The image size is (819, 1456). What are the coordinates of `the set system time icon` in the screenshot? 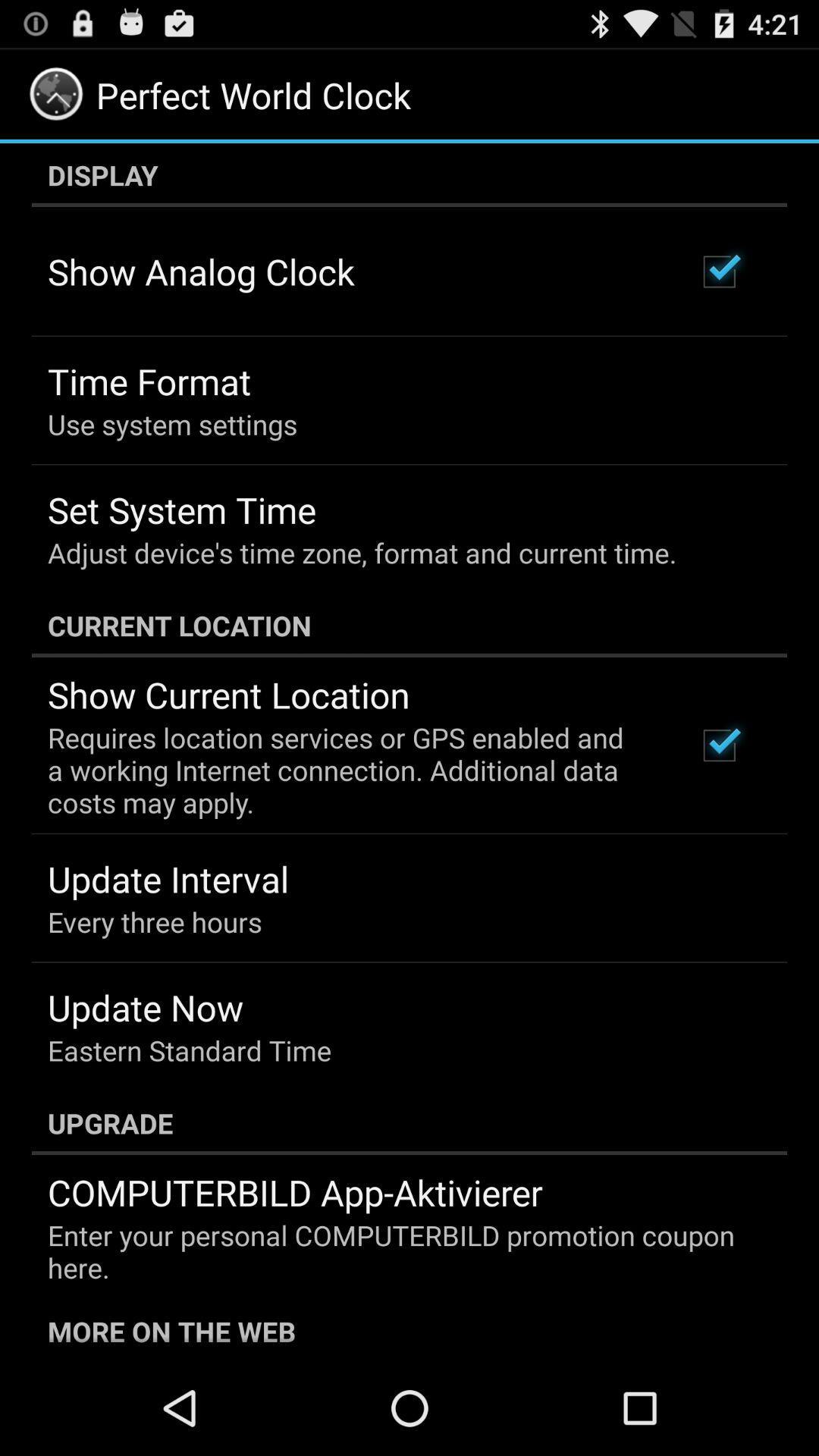 It's located at (180, 510).